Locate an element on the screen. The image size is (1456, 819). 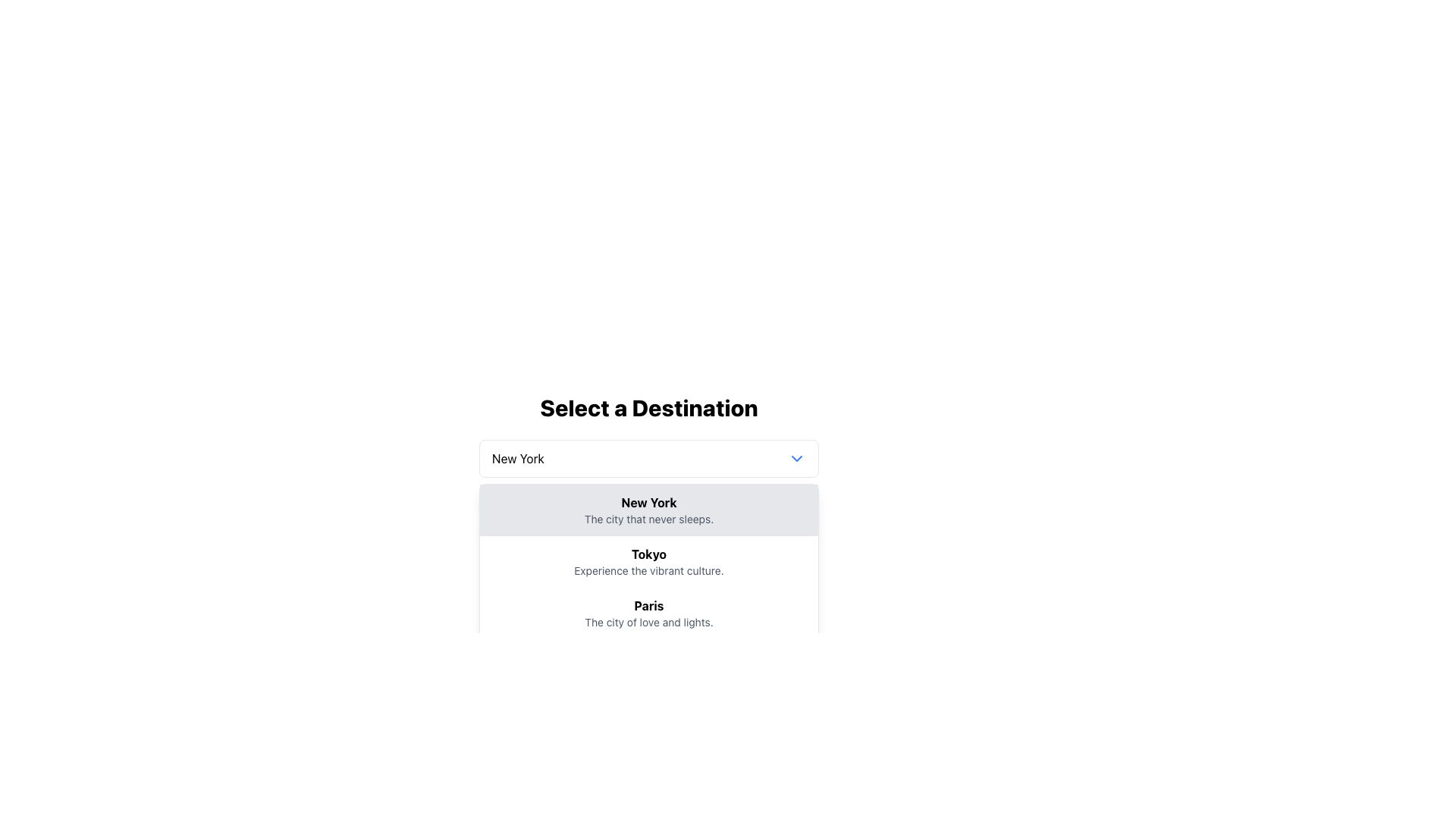
the blue chevron-shaped dropdown indicator icon to the right of the text 'New York' is located at coordinates (796, 458).